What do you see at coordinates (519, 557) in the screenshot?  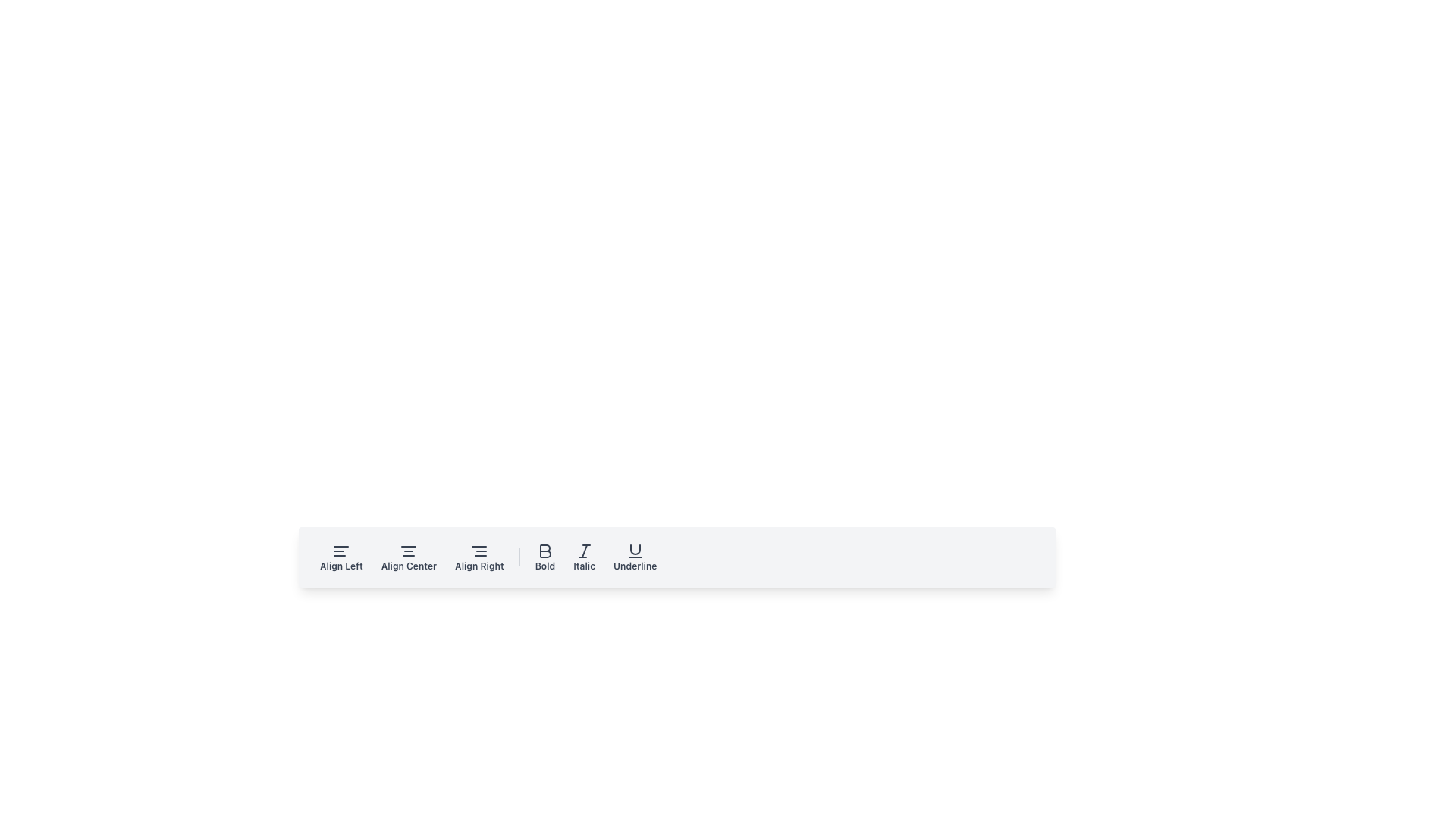 I see `the Divider element located between the 'Align Right' button and the 'Bold' button in the toolbar` at bounding box center [519, 557].